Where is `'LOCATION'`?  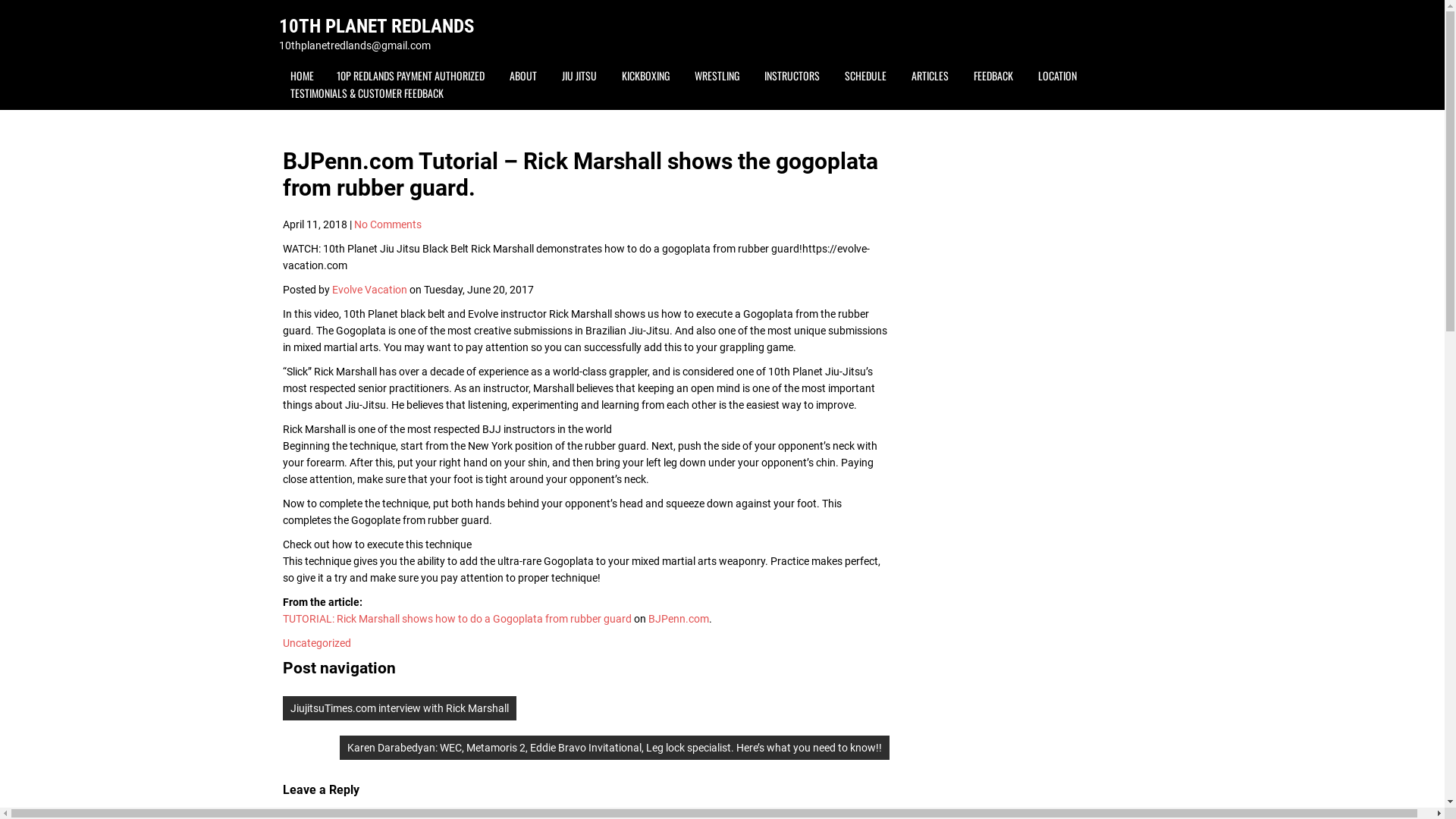
'LOCATION' is located at coordinates (1056, 75).